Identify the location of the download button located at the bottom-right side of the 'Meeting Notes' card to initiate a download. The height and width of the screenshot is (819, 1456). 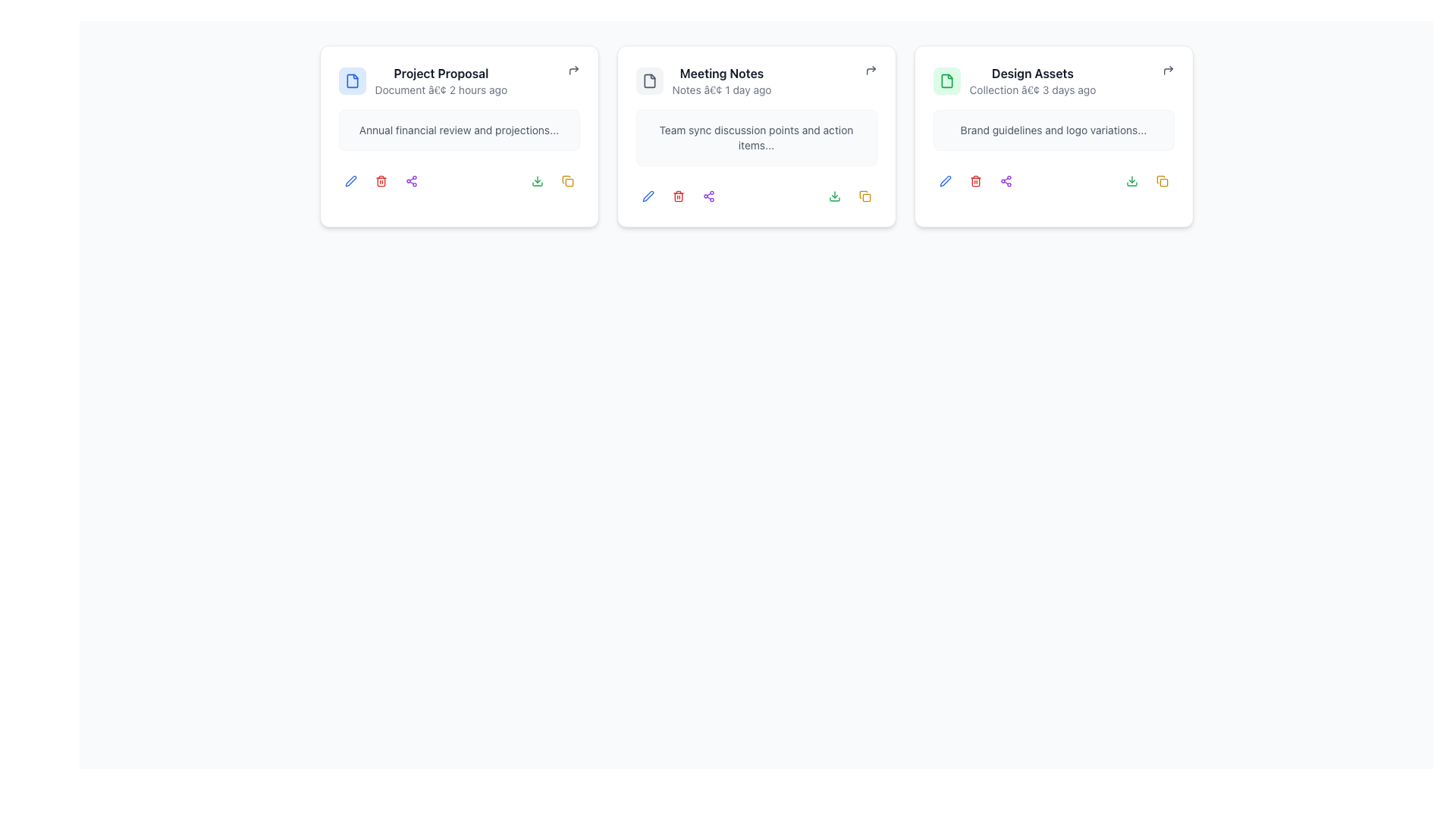
(833, 195).